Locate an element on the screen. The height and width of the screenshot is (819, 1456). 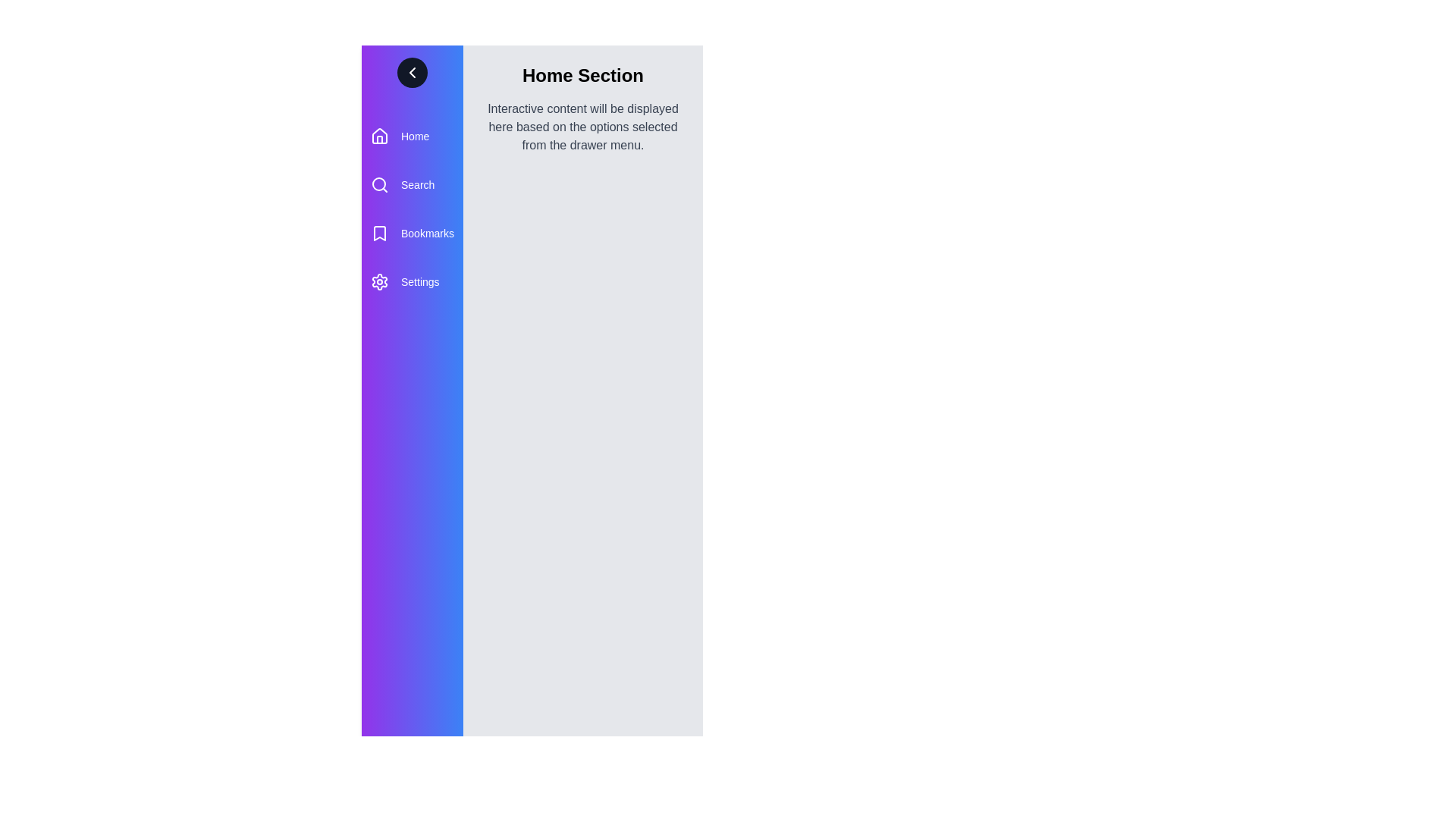
the menu item Home is located at coordinates (412, 136).